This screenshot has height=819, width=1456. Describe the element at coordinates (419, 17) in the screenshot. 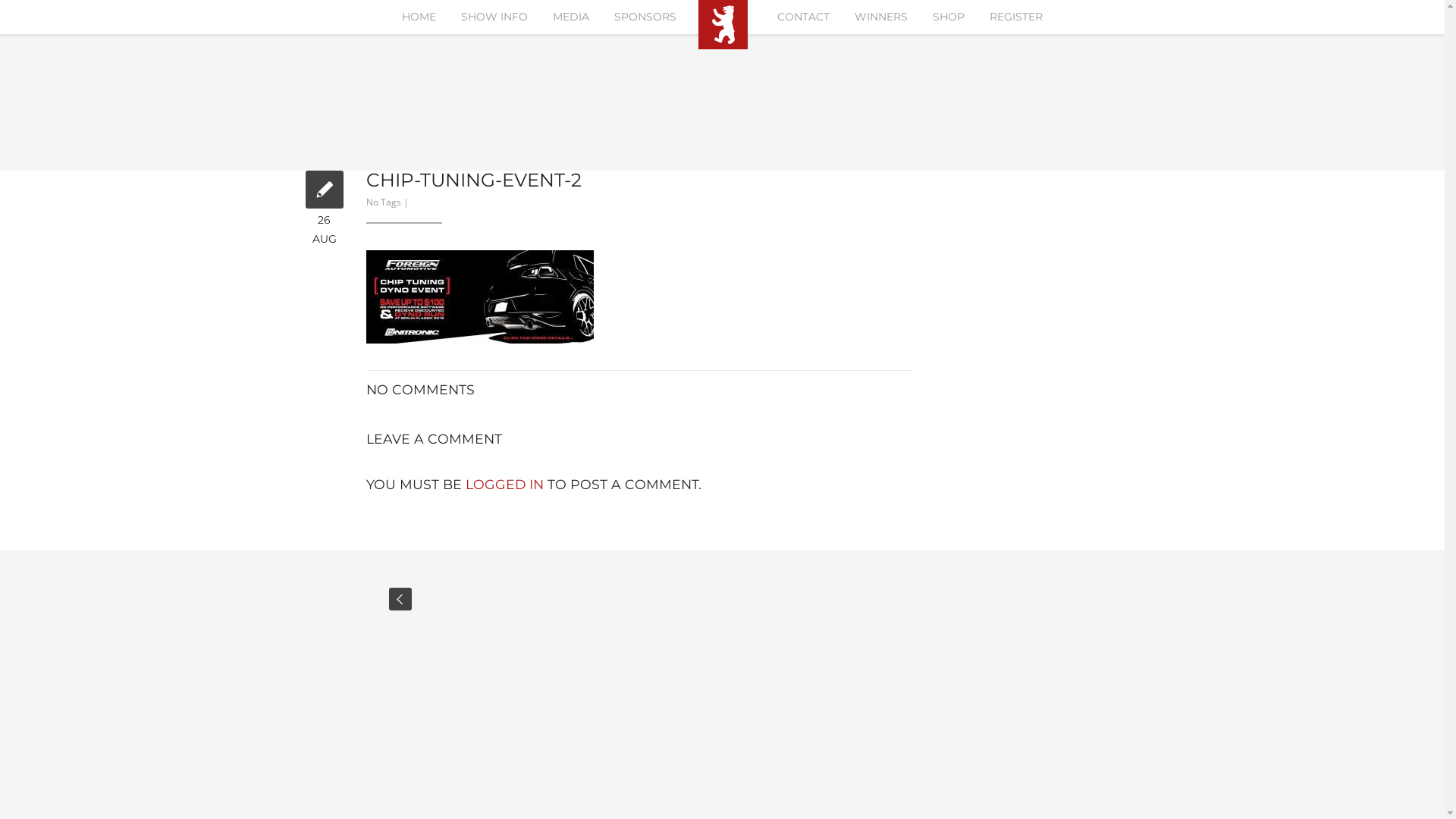

I see `'HOME'` at that location.